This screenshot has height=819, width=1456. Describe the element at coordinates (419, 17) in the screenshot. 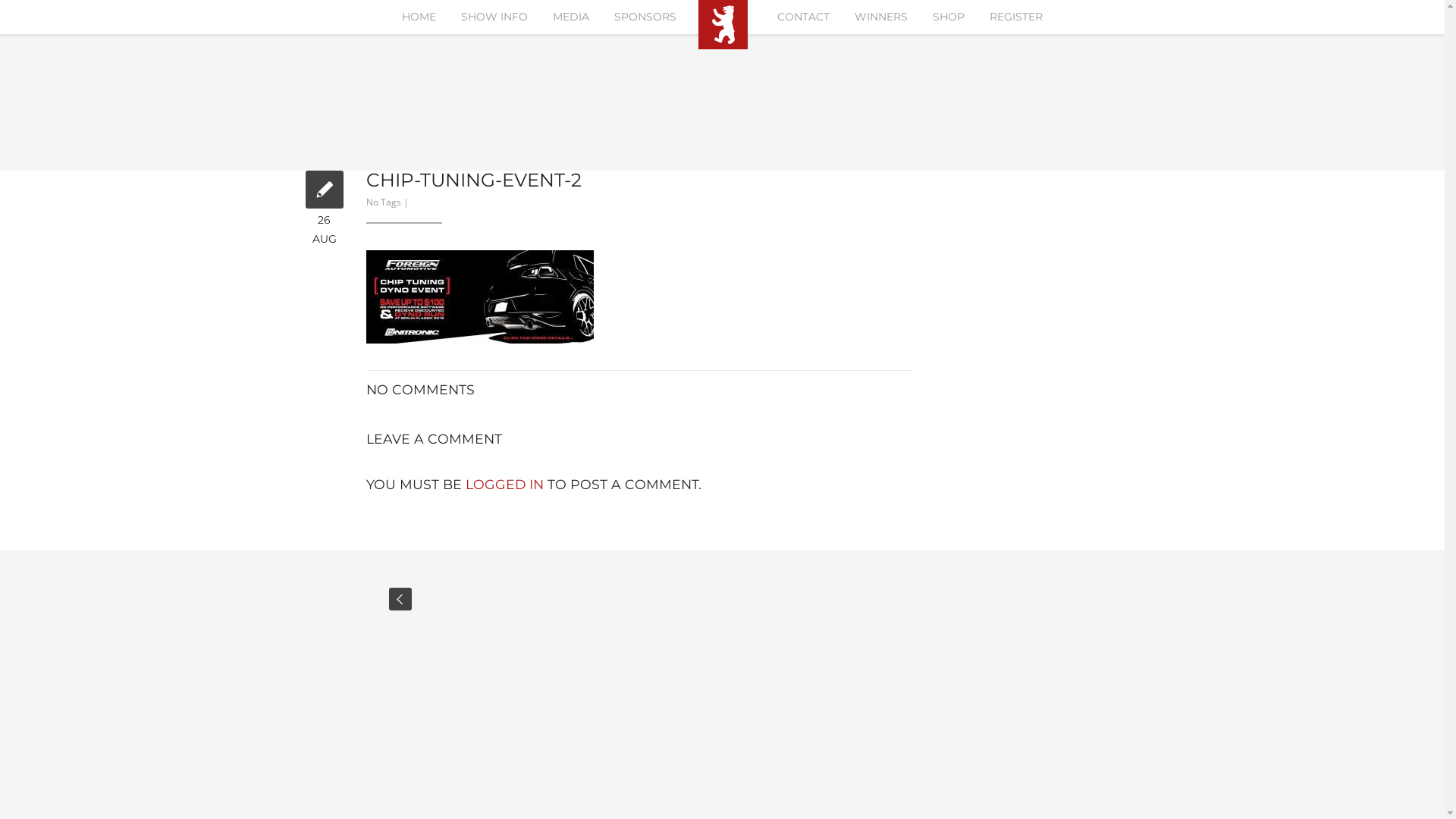

I see `'HOME'` at that location.